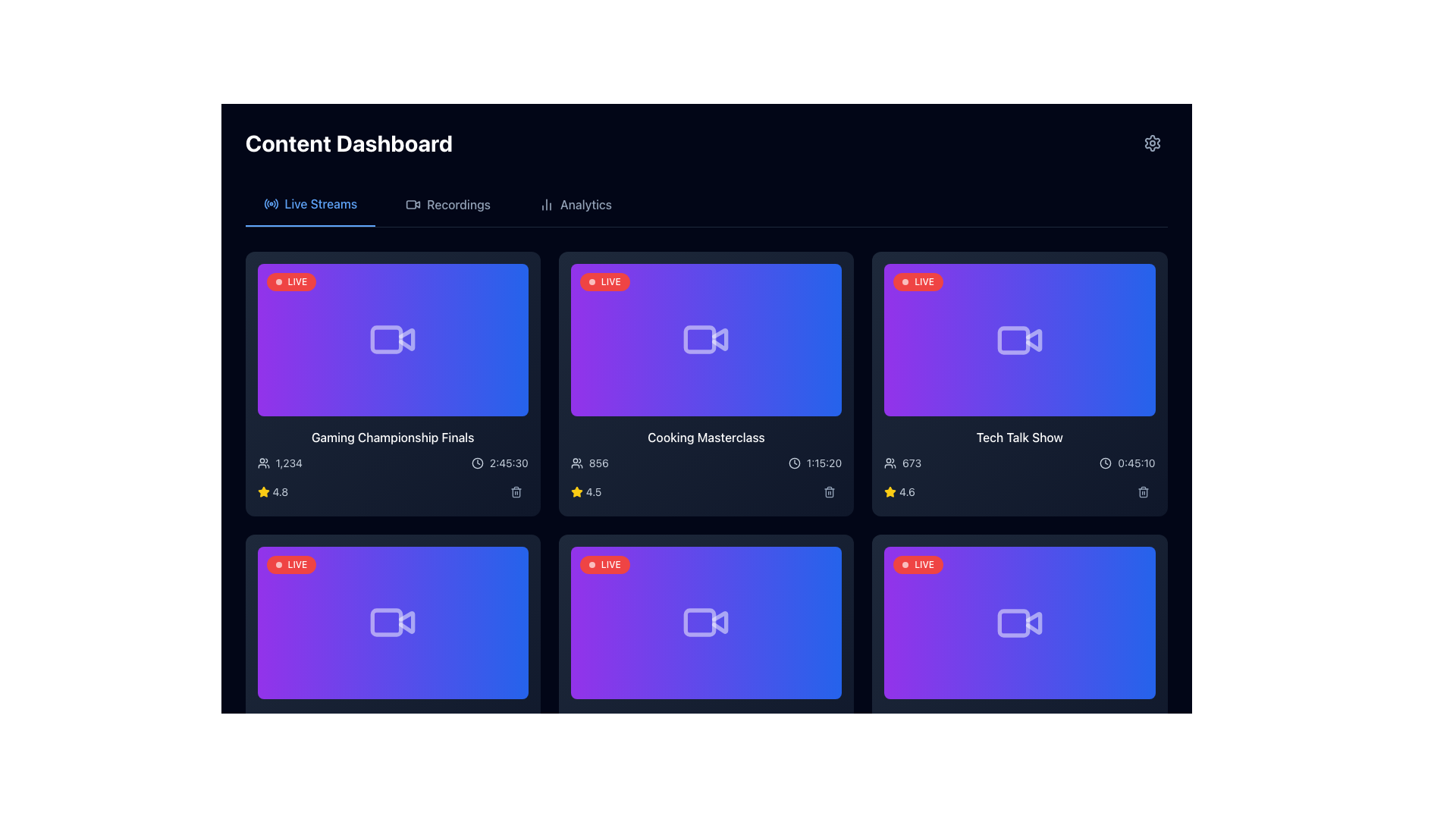 The width and height of the screenshot is (1456, 819). I want to click on the settings button located in the top-right corner of the interface, which is styled as a circular button on the navigation bar, so click(1152, 143).